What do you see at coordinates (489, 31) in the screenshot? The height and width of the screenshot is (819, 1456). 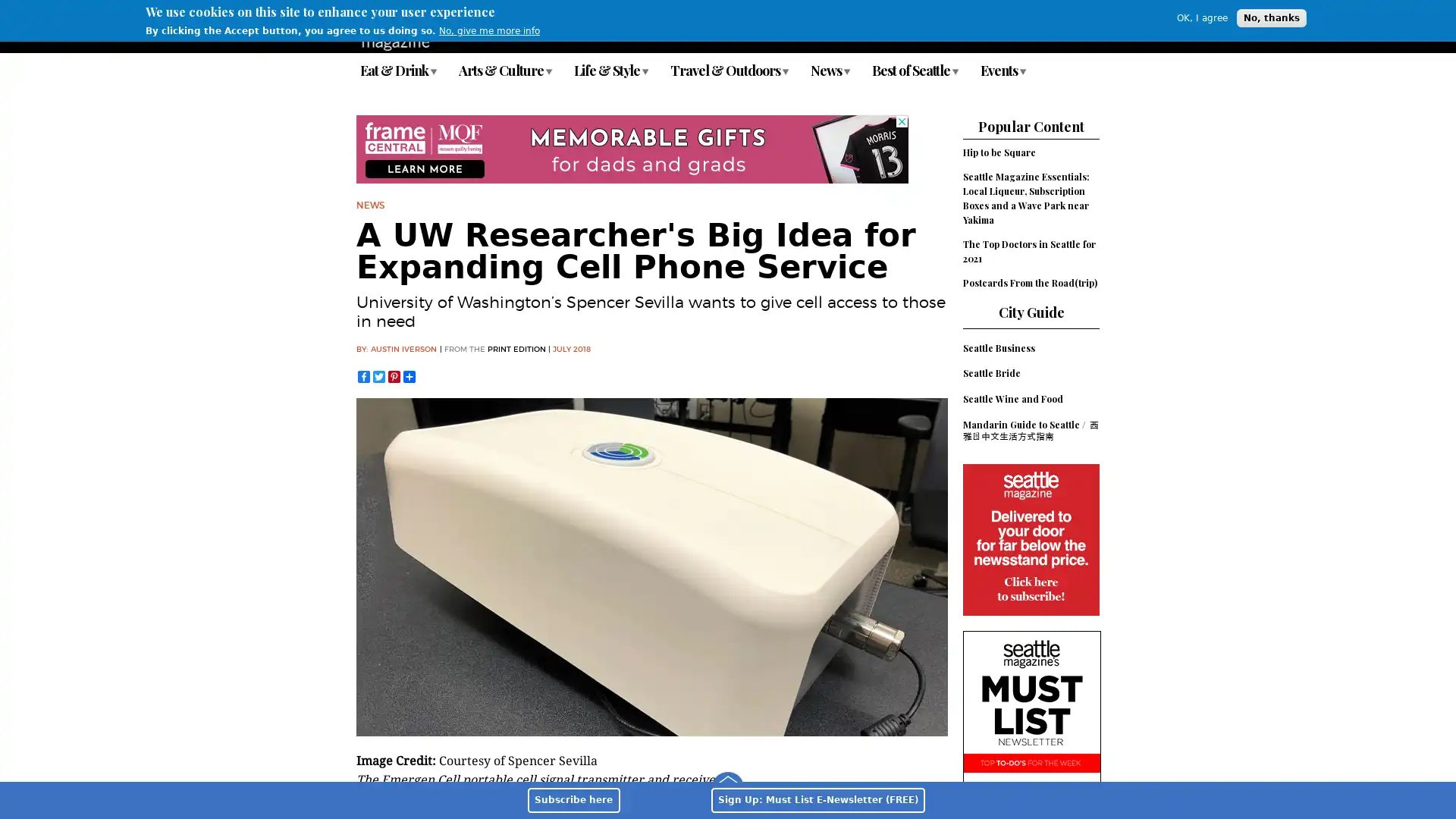 I see `No, give me more info` at bounding box center [489, 31].